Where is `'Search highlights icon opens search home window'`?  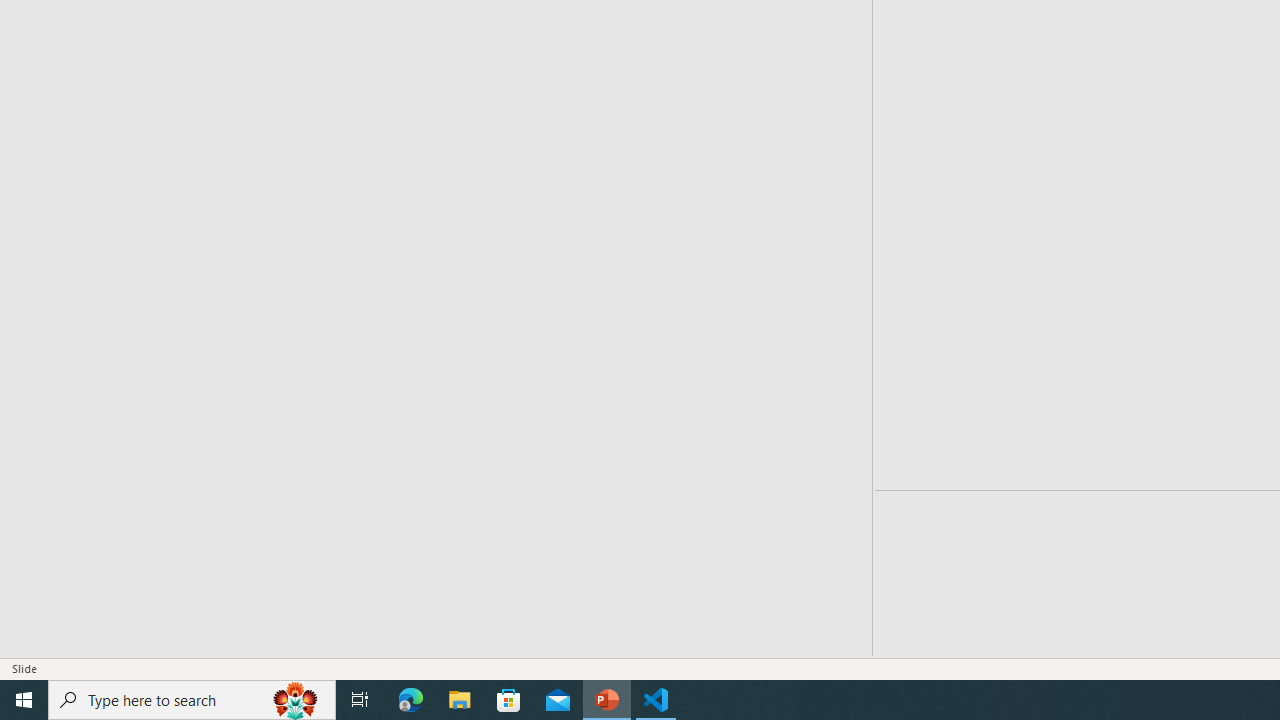 'Search highlights icon opens search home window' is located at coordinates (294, 698).